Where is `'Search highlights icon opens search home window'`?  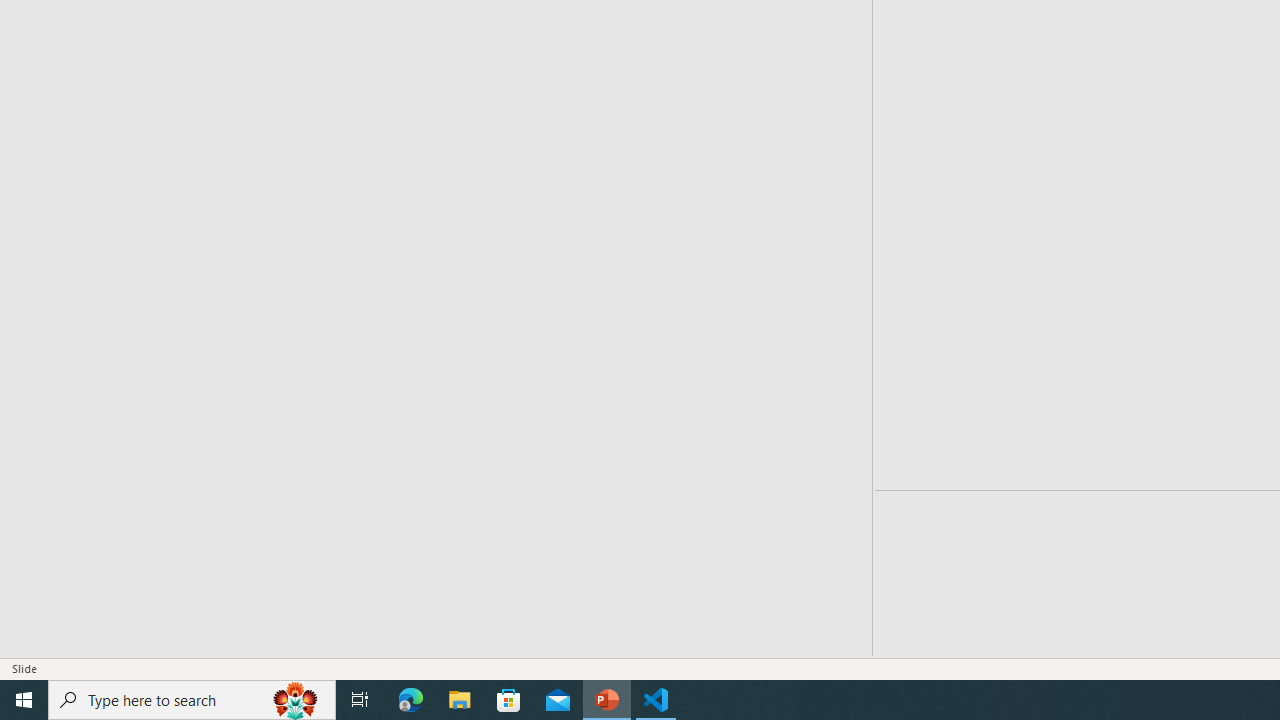 'Search highlights icon opens search home window' is located at coordinates (294, 698).